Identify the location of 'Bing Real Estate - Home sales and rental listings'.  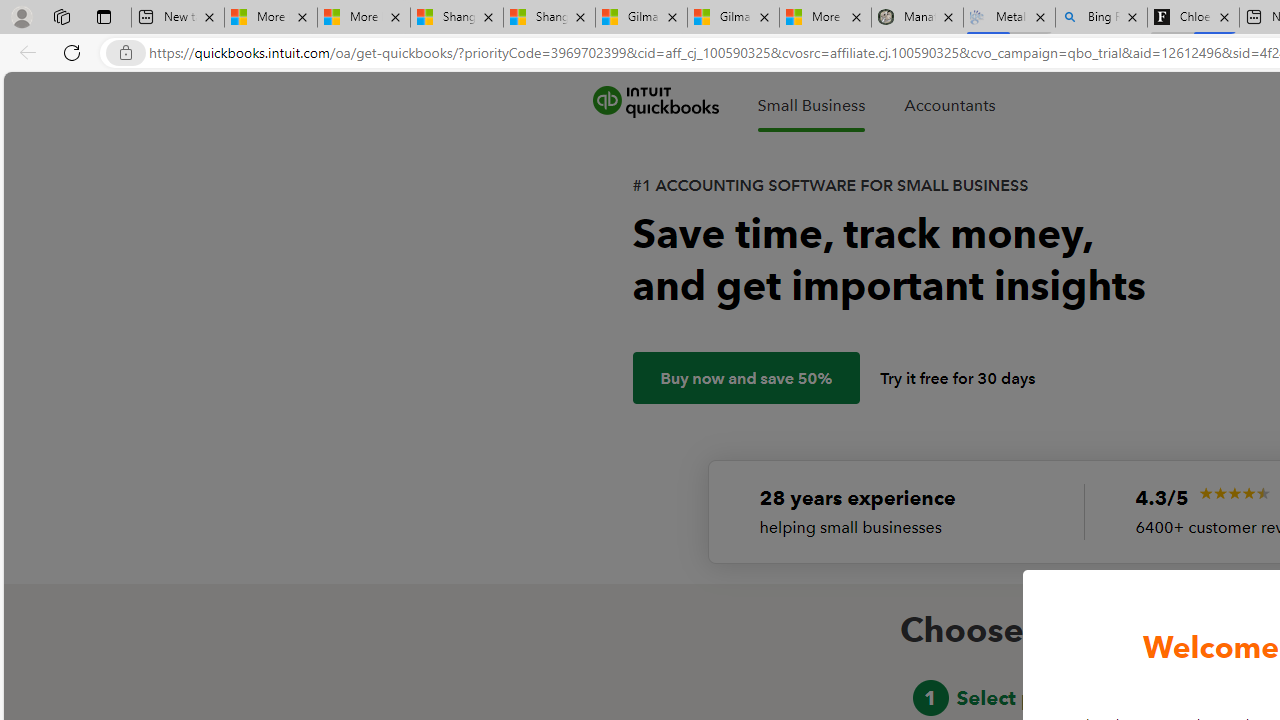
(1100, 17).